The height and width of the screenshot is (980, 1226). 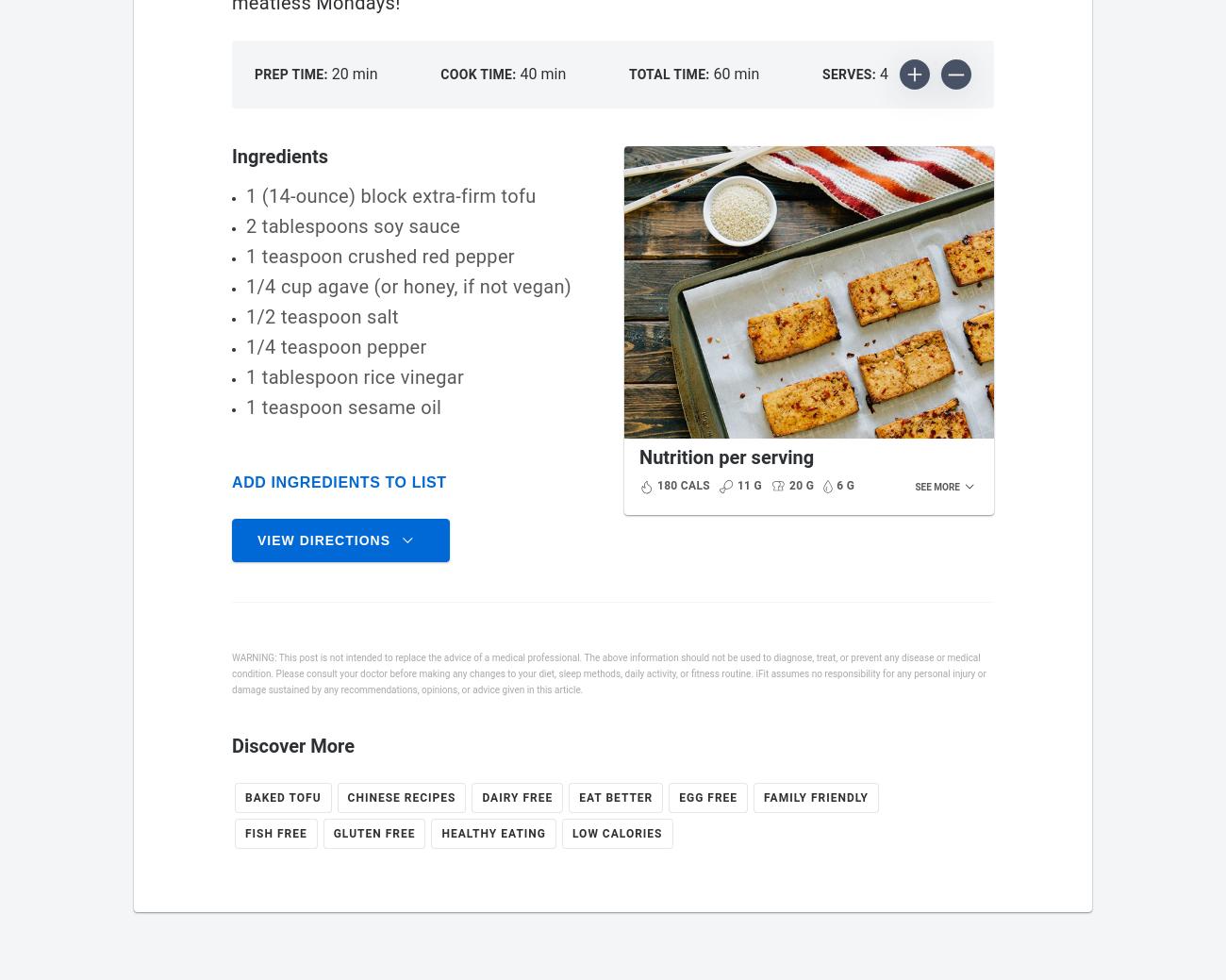 What do you see at coordinates (695, 782) in the screenshot?
I see `'Dietary Fiber'` at bounding box center [695, 782].